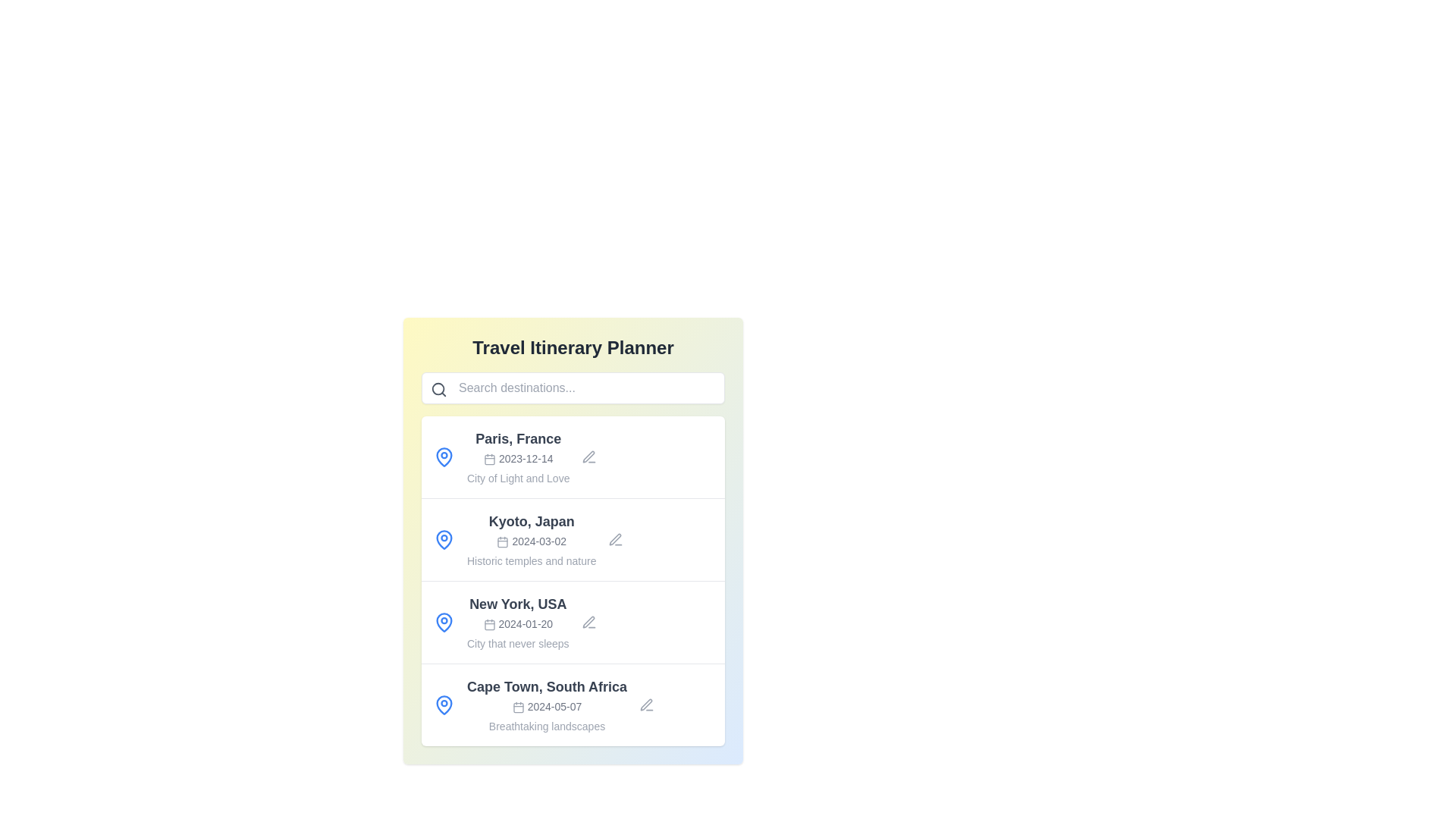  Describe the element at coordinates (554, 707) in the screenshot. I see `the date label '2024-05-07', which is a smaller gray text positioned to the right of a calendar icon, providing context for the travel destination 'Cape Town, South Africa'` at that location.